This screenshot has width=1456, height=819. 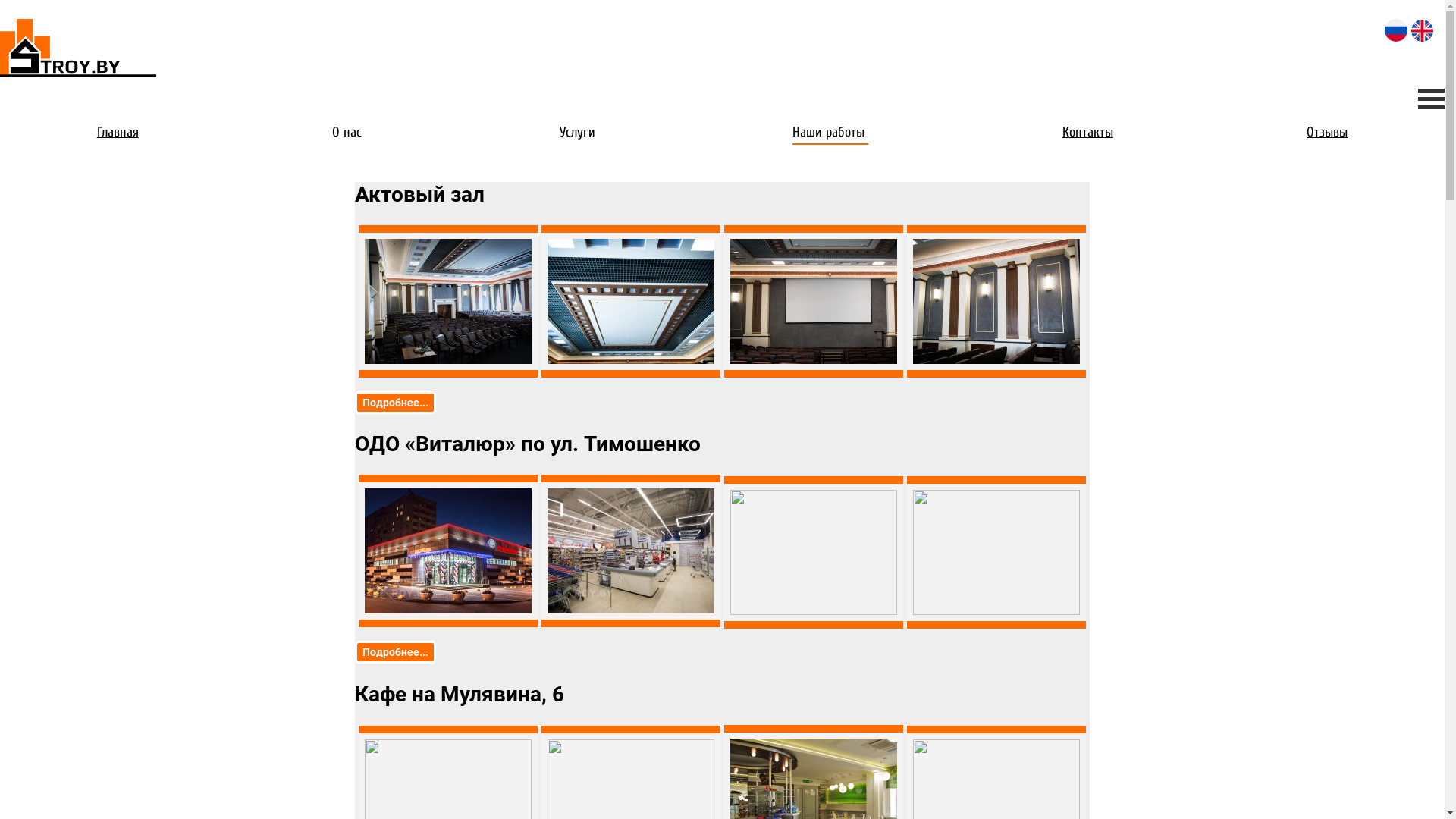 I want to click on 'Russian (RU)', so click(x=1395, y=30).